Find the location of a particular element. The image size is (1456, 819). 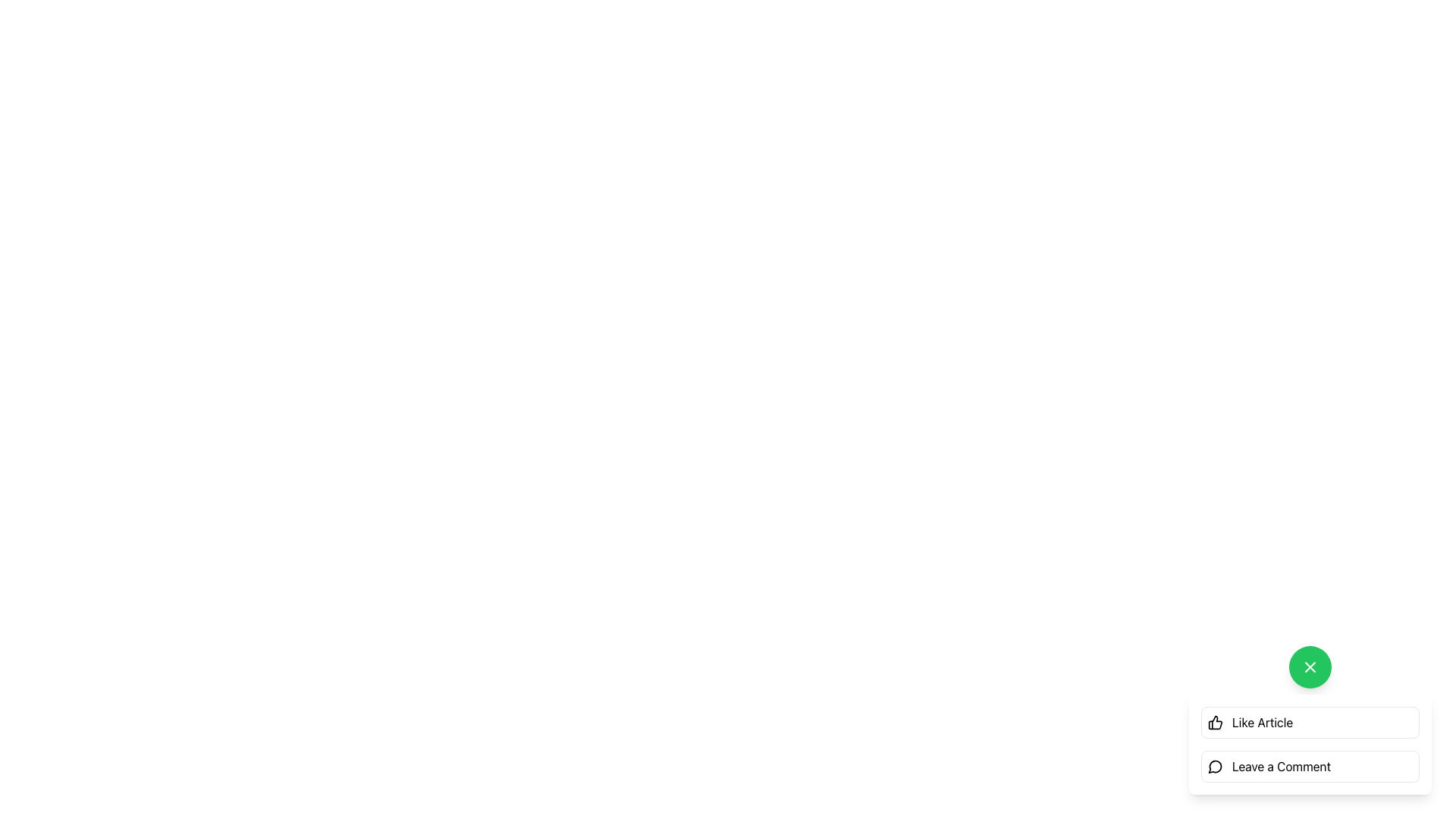

the thumbs-up icon resembling a like button located in the lower right corner above the 'Leave a Comment' option is located at coordinates (1216, 721).